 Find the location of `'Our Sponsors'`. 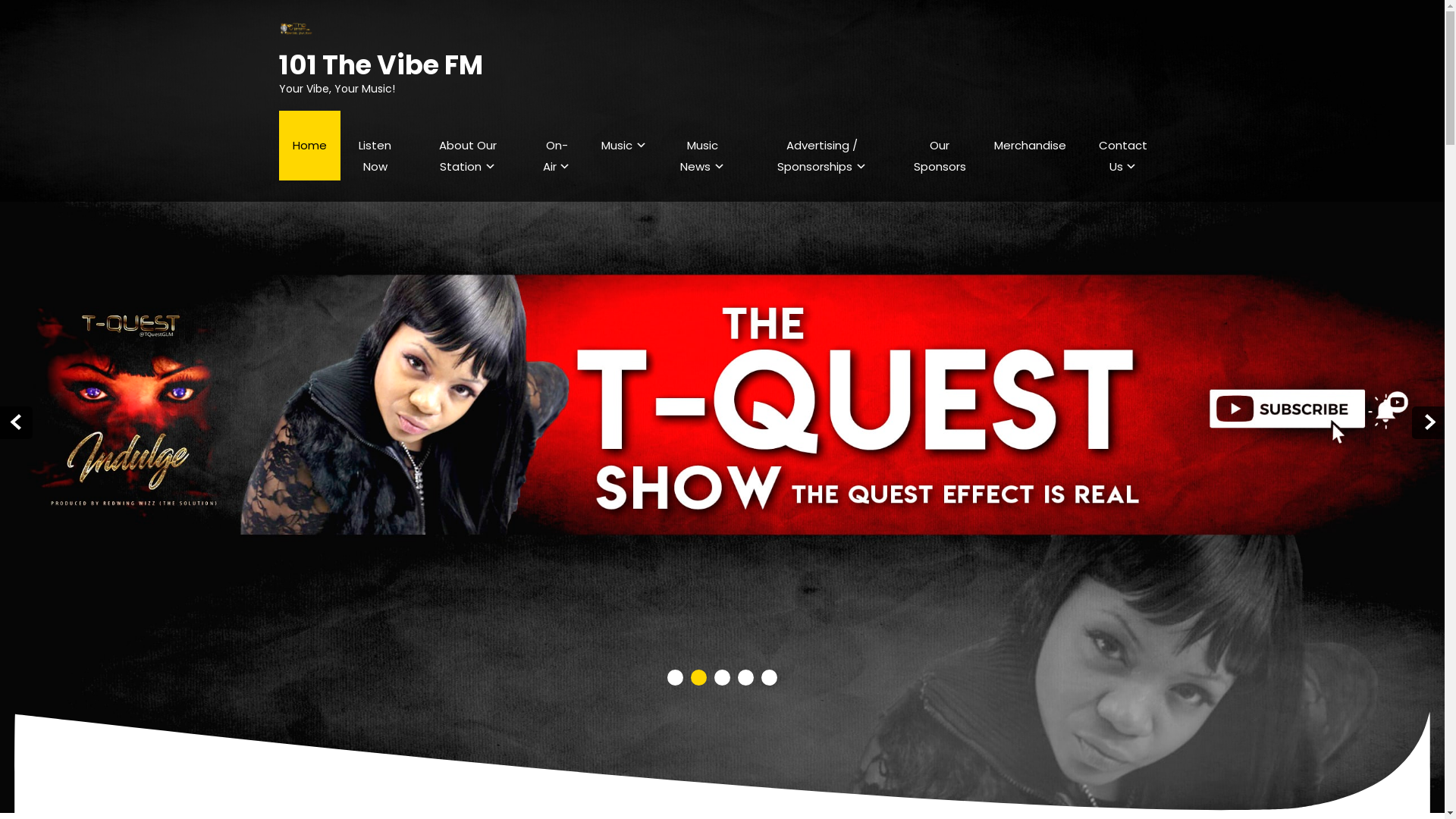

'Our Sponsors' is located at coordinates (938, 155).